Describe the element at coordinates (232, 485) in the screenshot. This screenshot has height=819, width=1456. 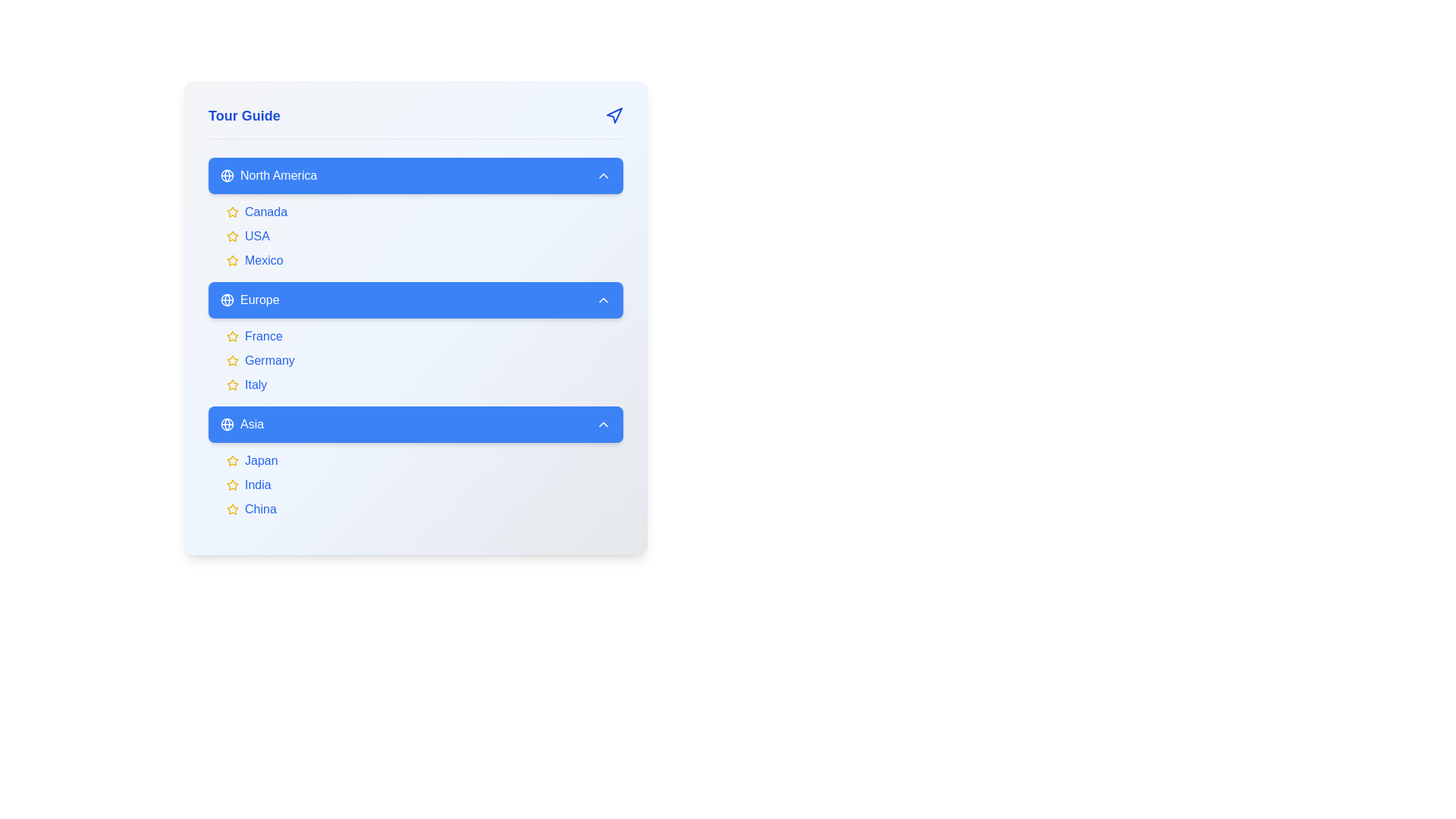
I see `the yellow star-shaped icon adjacent to the text label 'India'` at that location.